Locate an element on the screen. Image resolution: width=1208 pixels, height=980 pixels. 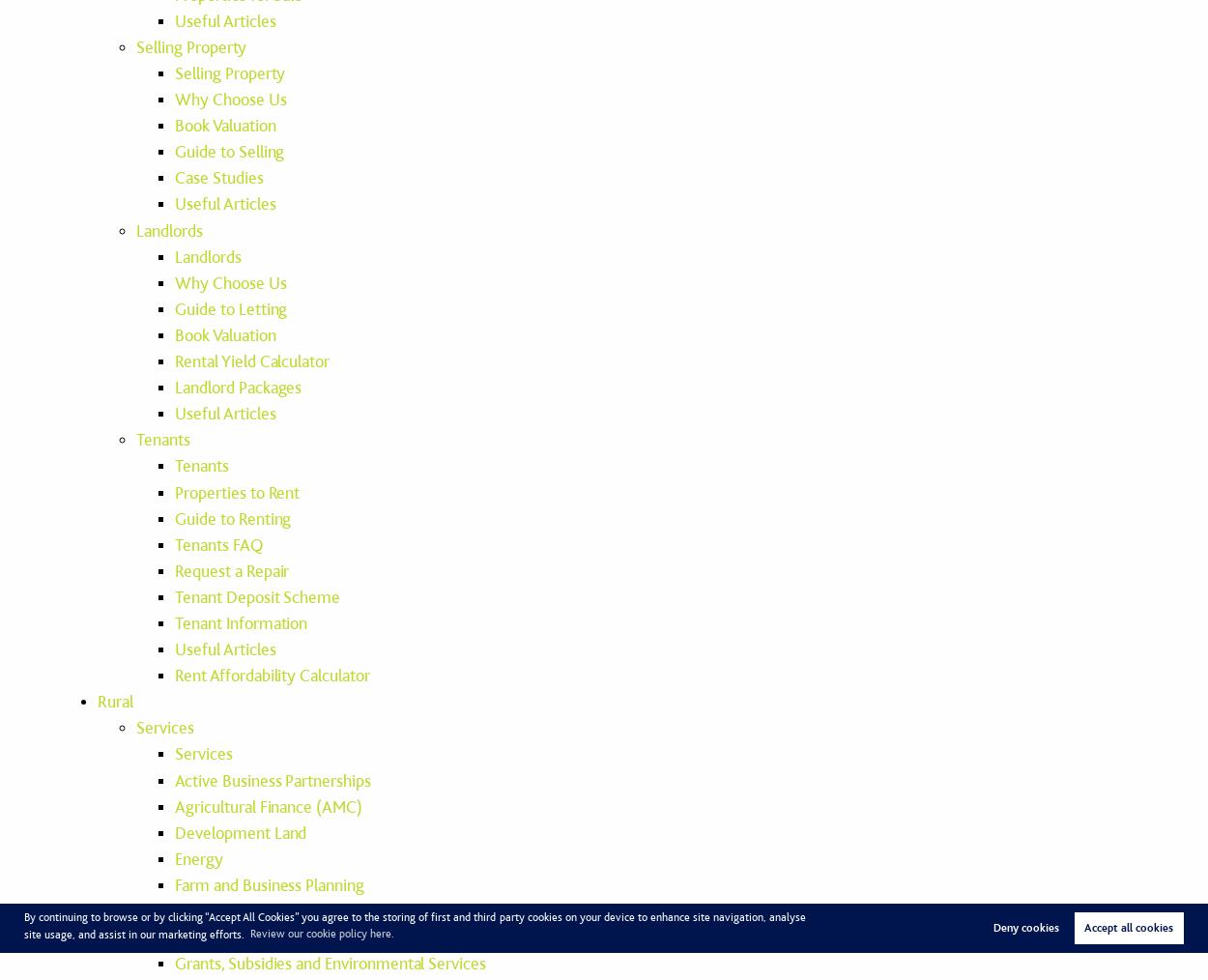
'Rural' is located at coordinates (97, 701).